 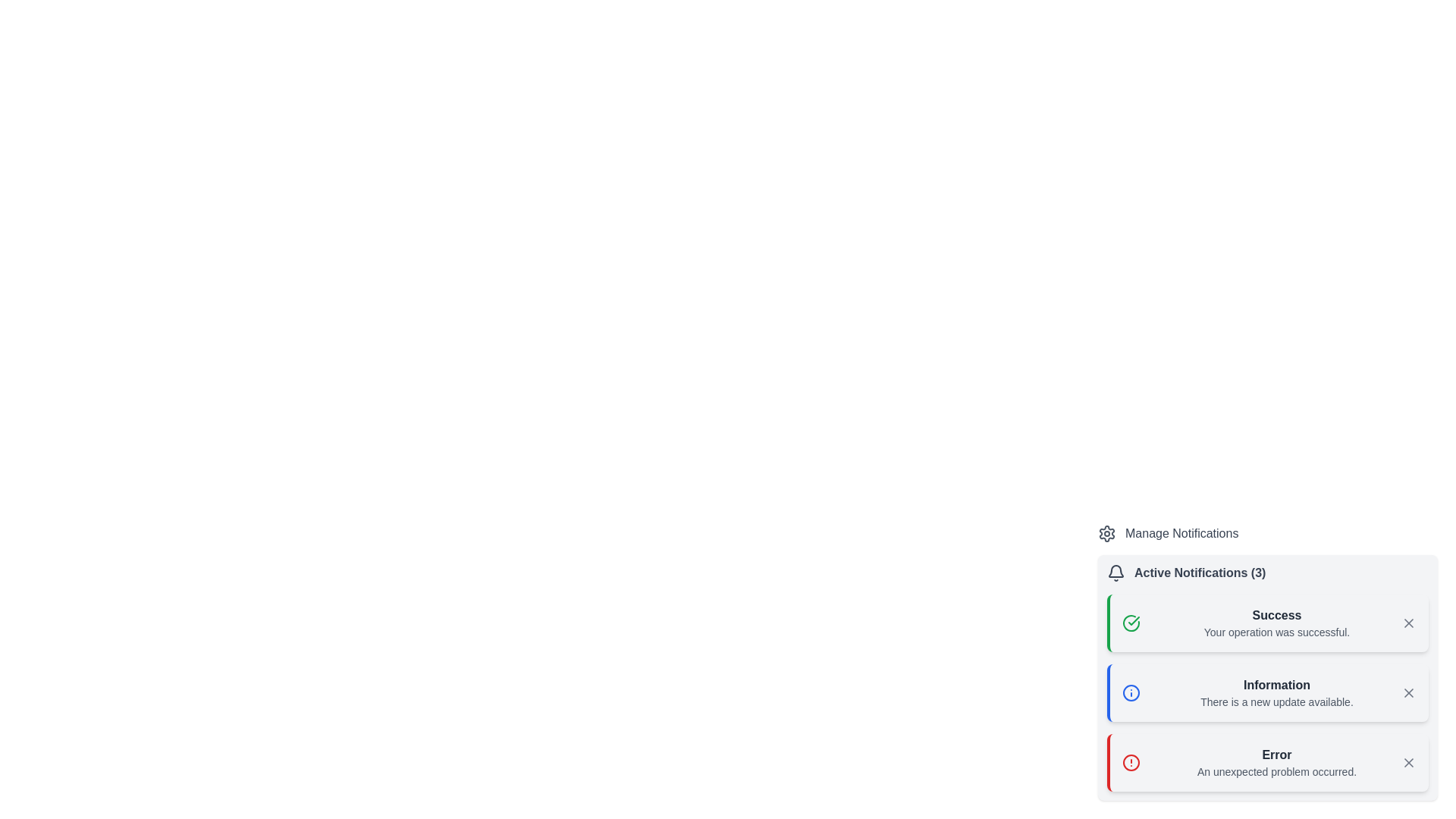 I want to click on the small circular gray button with an 'X' shape in its center, so click(x=1407, y=763).